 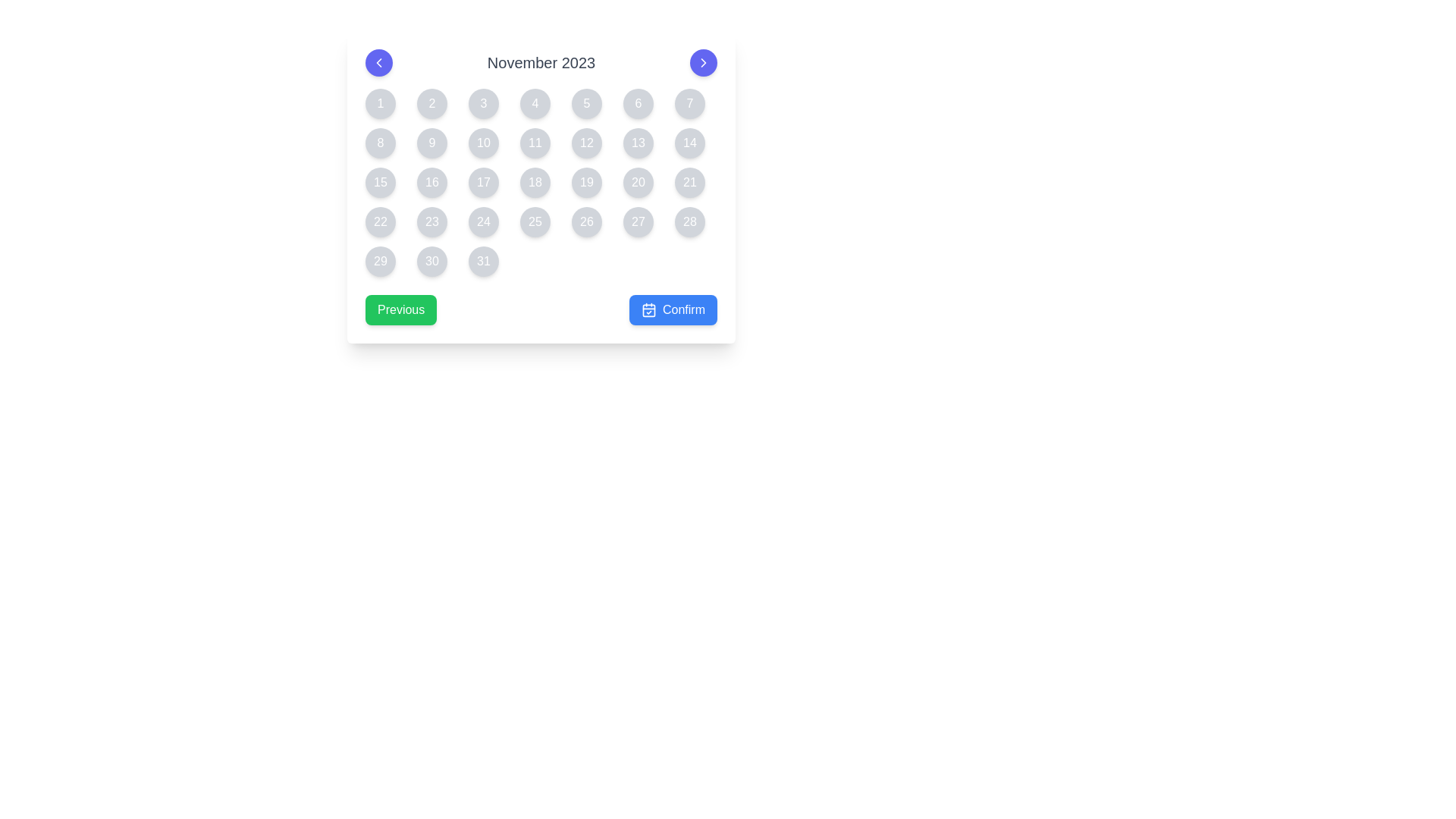 I want to click on the button representing the 14th day, so click(x=689, y=143).